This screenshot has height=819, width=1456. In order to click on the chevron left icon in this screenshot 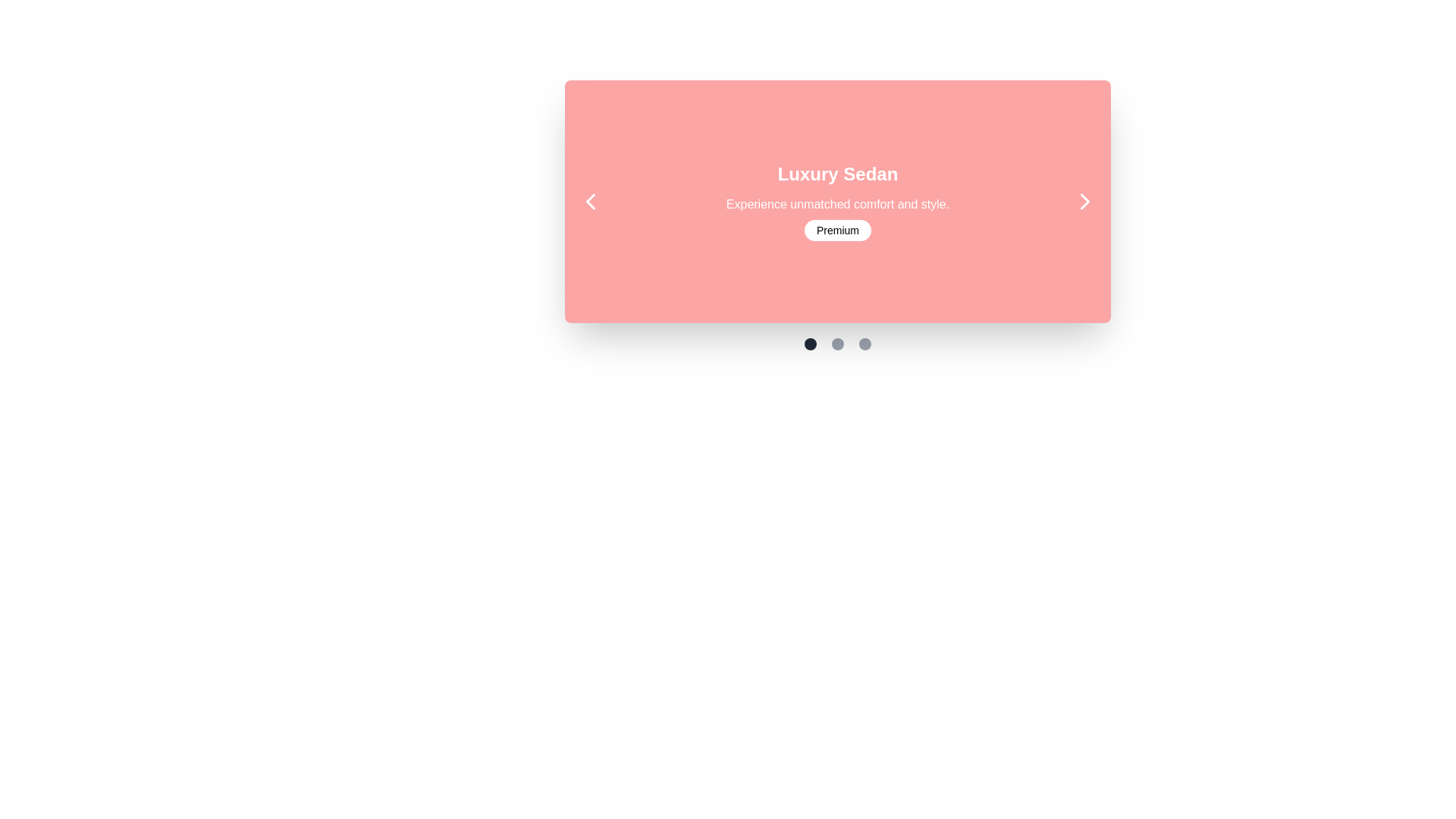, I will do `click(589, 201)`.